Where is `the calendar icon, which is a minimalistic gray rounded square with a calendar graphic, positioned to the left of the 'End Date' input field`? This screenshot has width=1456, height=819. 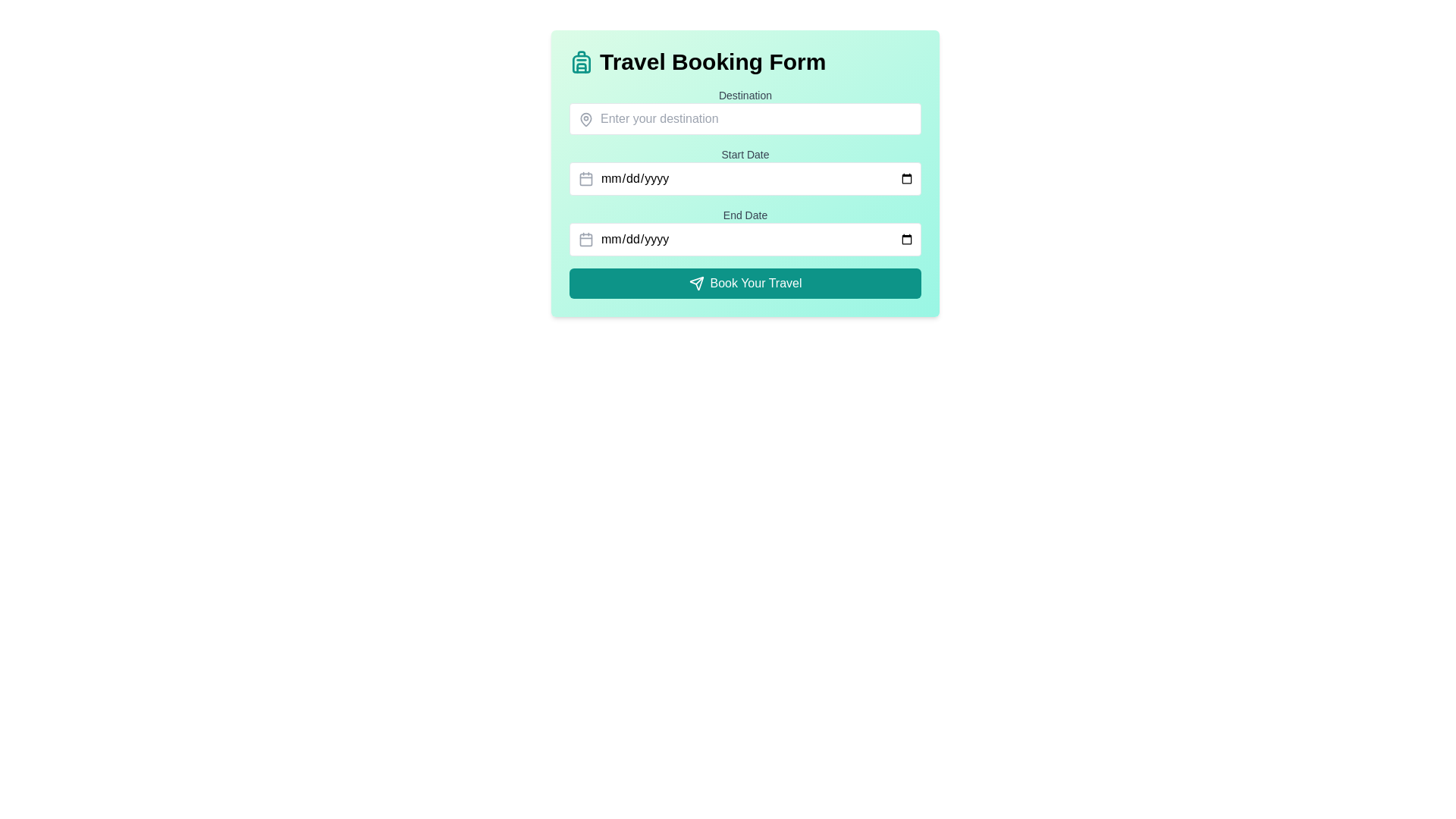
the calendar icon, which is a minimalistic gray rounded square with a calendar graphic, positioned to the left of the 'End Date' input field is located at coordinates (585, 239).